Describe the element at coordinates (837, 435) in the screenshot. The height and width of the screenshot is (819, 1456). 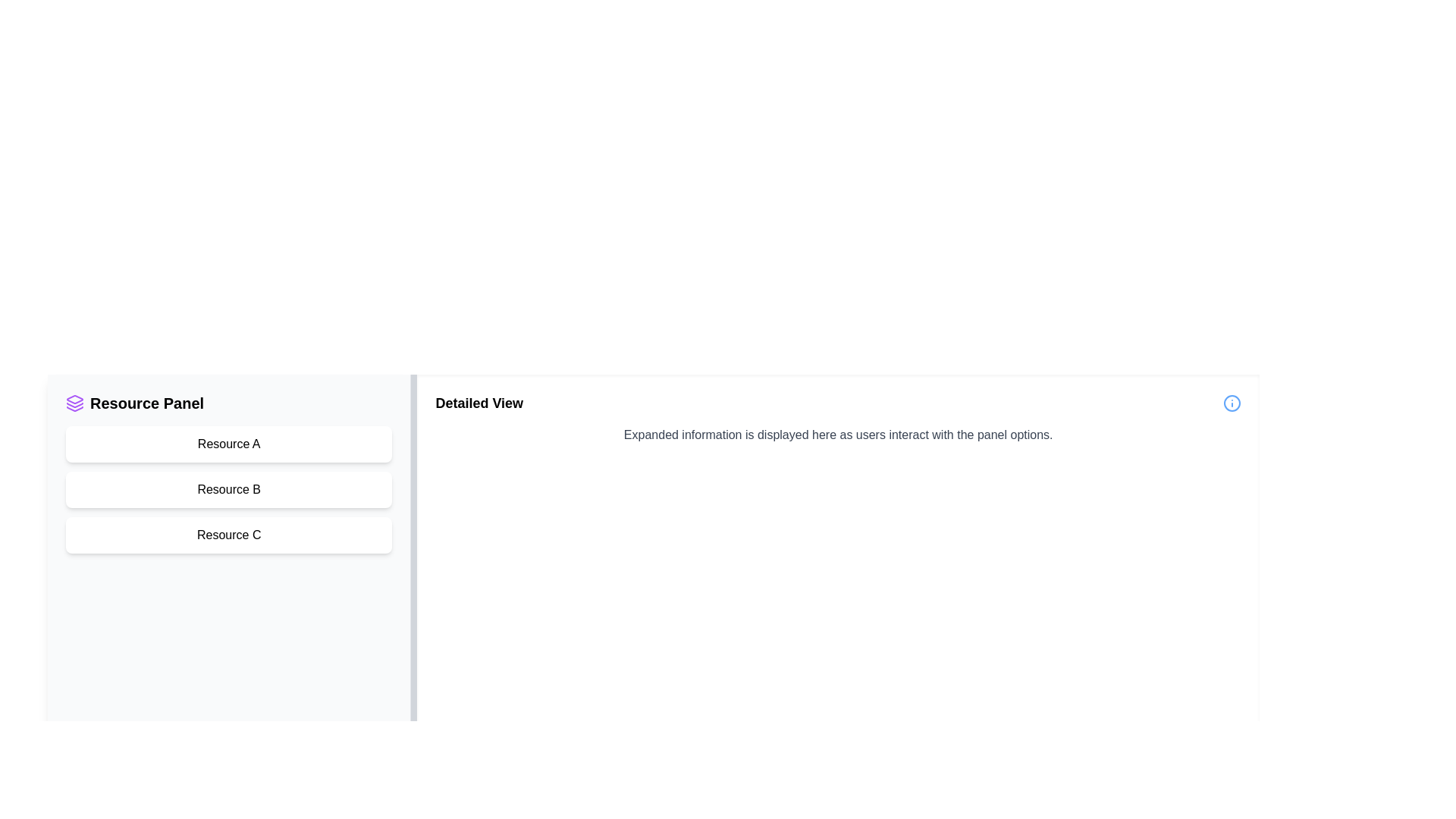
I see `the informational text element located in the 'Detailed View' section, positioned below the panel title and spanning horizontally across the width` at that location.